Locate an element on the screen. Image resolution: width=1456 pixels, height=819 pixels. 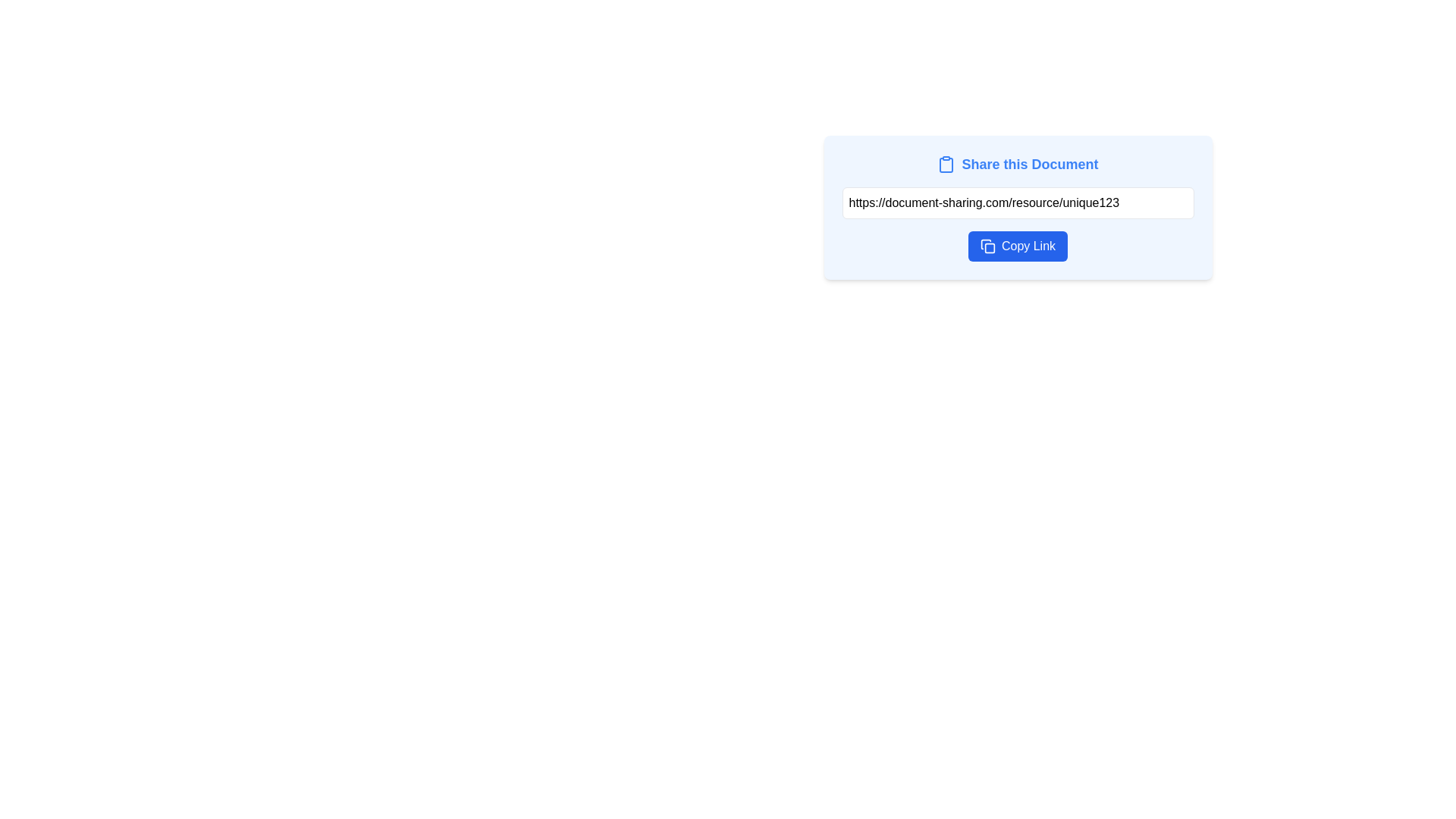
the button that contains the overlapping squares icon representing a copy action, located on the left side of the 'Copy Link' button is located at coordinates (987, 245).